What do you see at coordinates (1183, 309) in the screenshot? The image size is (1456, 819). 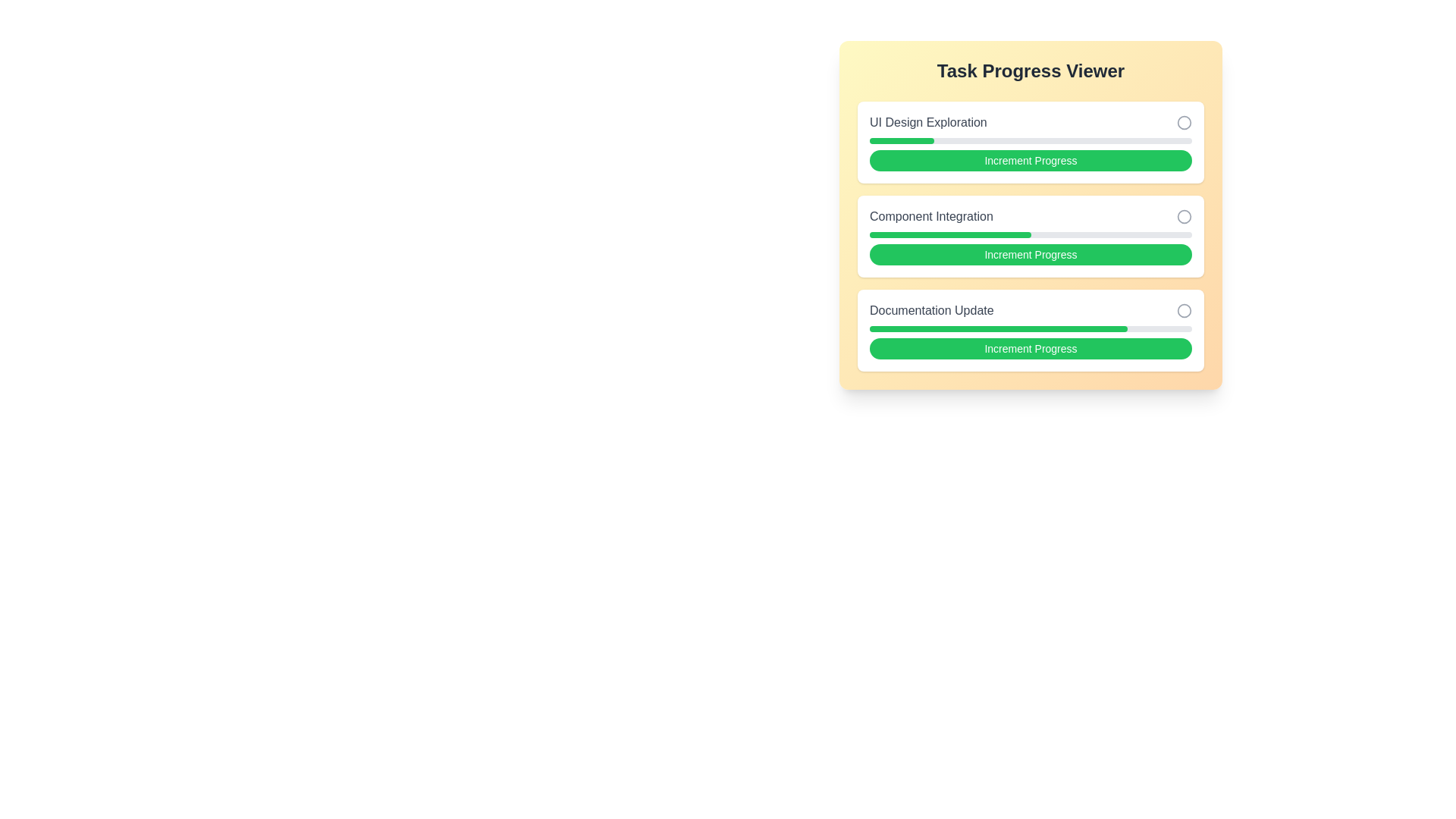 I see `the status indicator icon located at the extreme right edge of the 'Documentation Update' section to interact with it` at bounding box center [1183, 309].